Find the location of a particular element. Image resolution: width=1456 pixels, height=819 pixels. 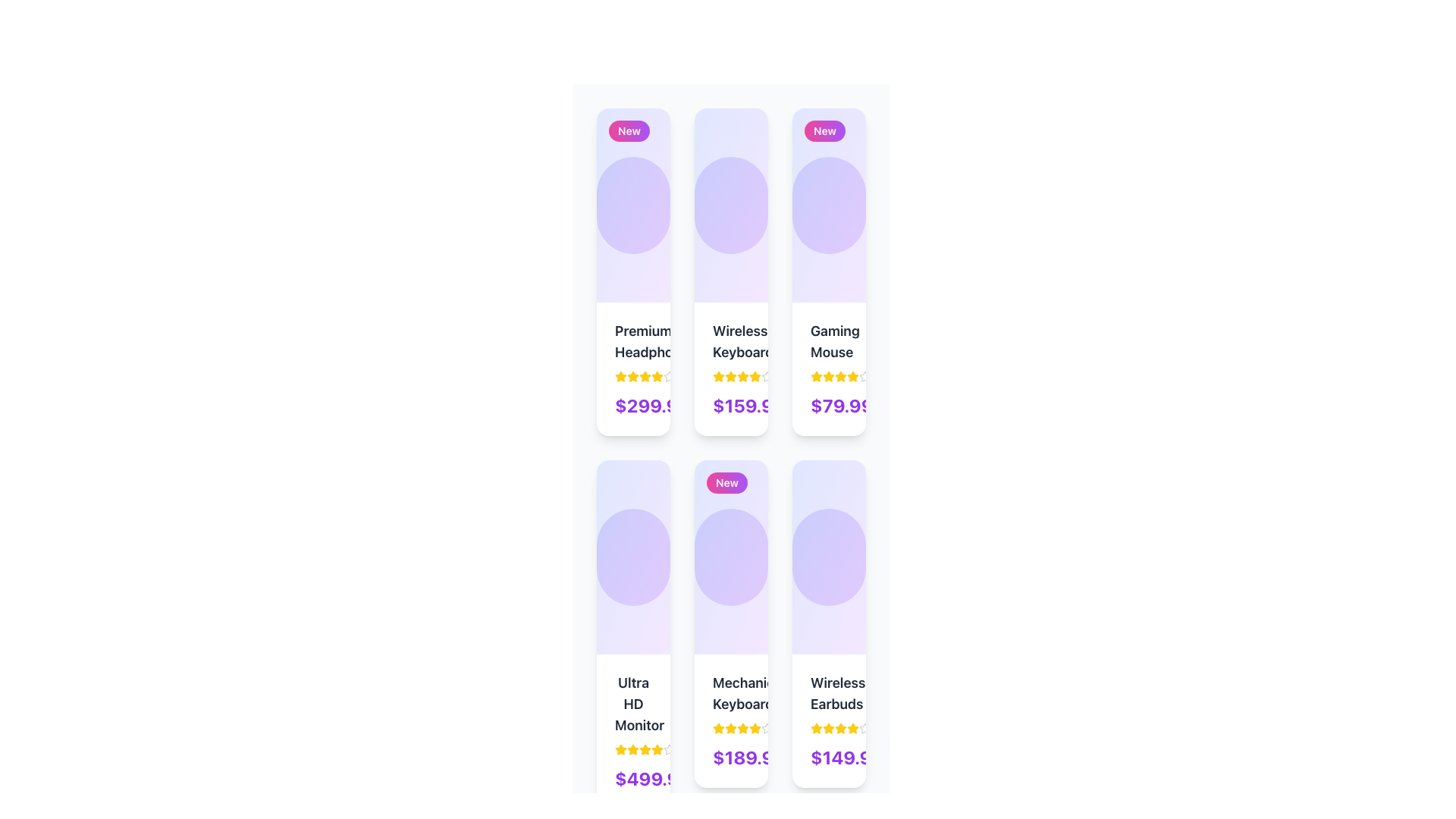

the price text label of the 'Gaming Mouse', located at the bottom of the card, directly below the 'Gaming Mouse' text and rating stars is located at coordinates (828, 405).